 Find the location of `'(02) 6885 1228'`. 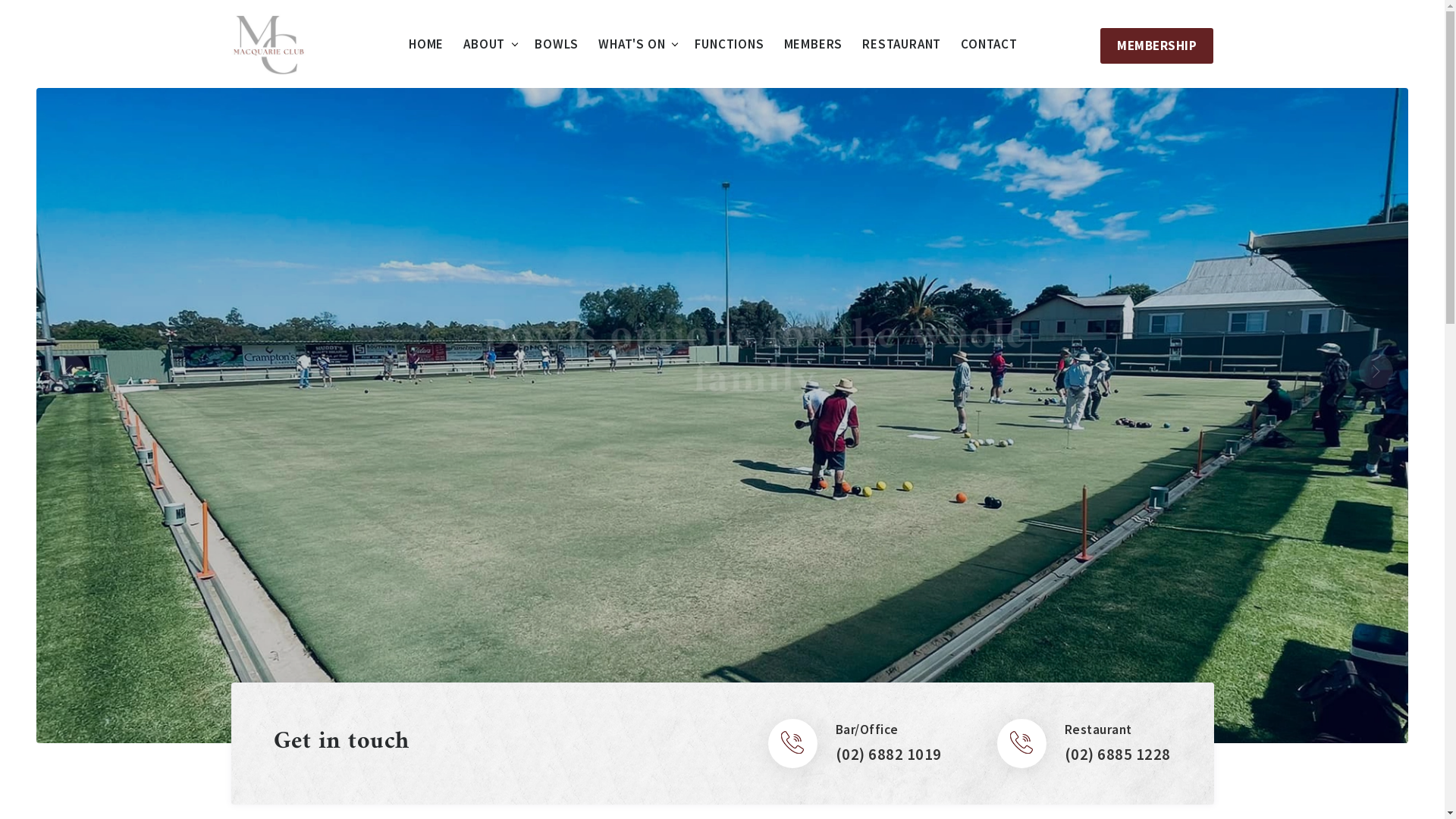

'(02) 6885 1228' is located at coordinates (1117, 755).